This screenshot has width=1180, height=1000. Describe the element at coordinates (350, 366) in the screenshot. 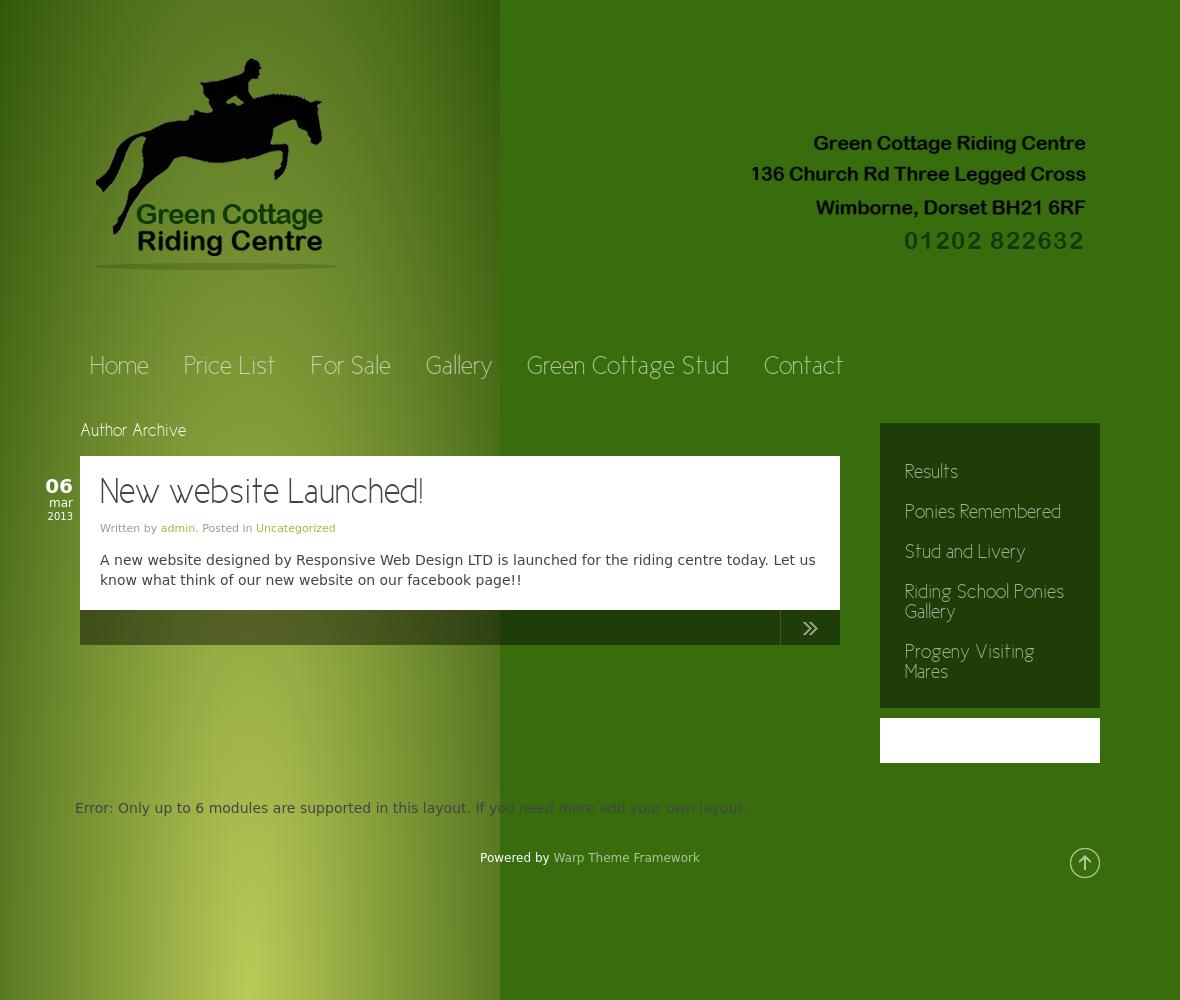

I see `'For Sale'` at that location.